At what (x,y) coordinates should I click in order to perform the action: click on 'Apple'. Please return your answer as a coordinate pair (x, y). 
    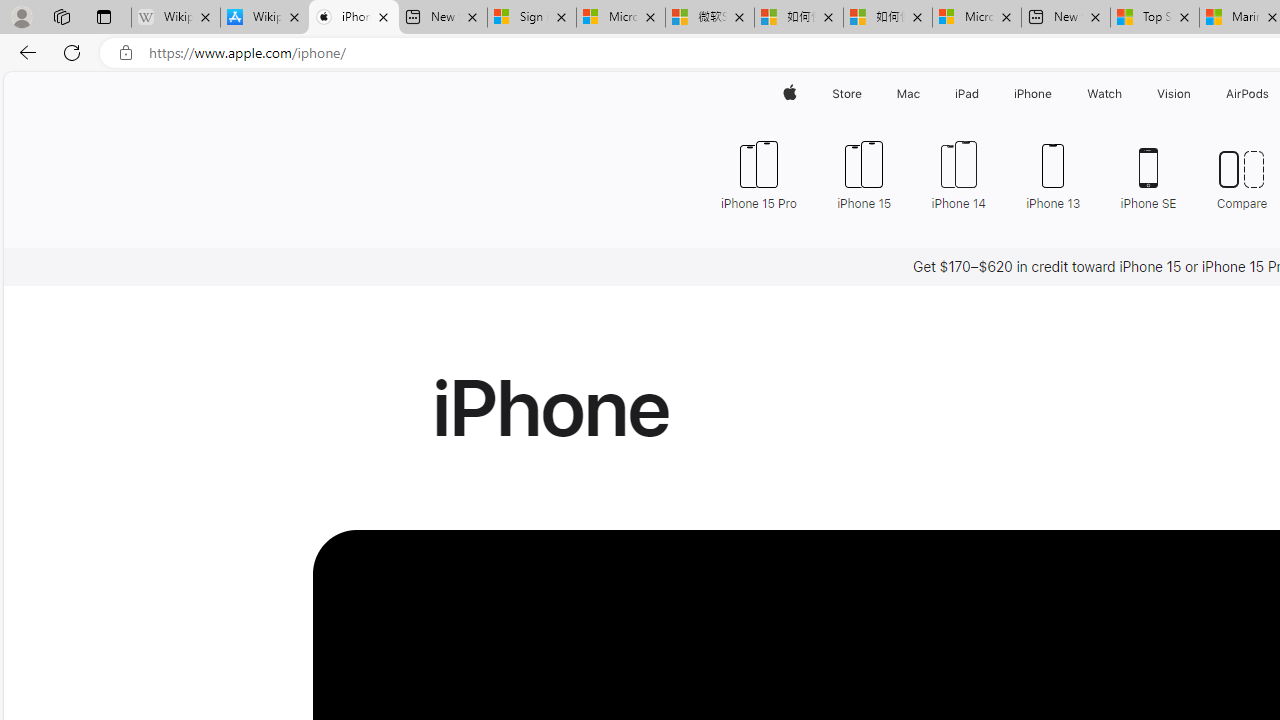
    Looking at the image, I should click on (788, 93).